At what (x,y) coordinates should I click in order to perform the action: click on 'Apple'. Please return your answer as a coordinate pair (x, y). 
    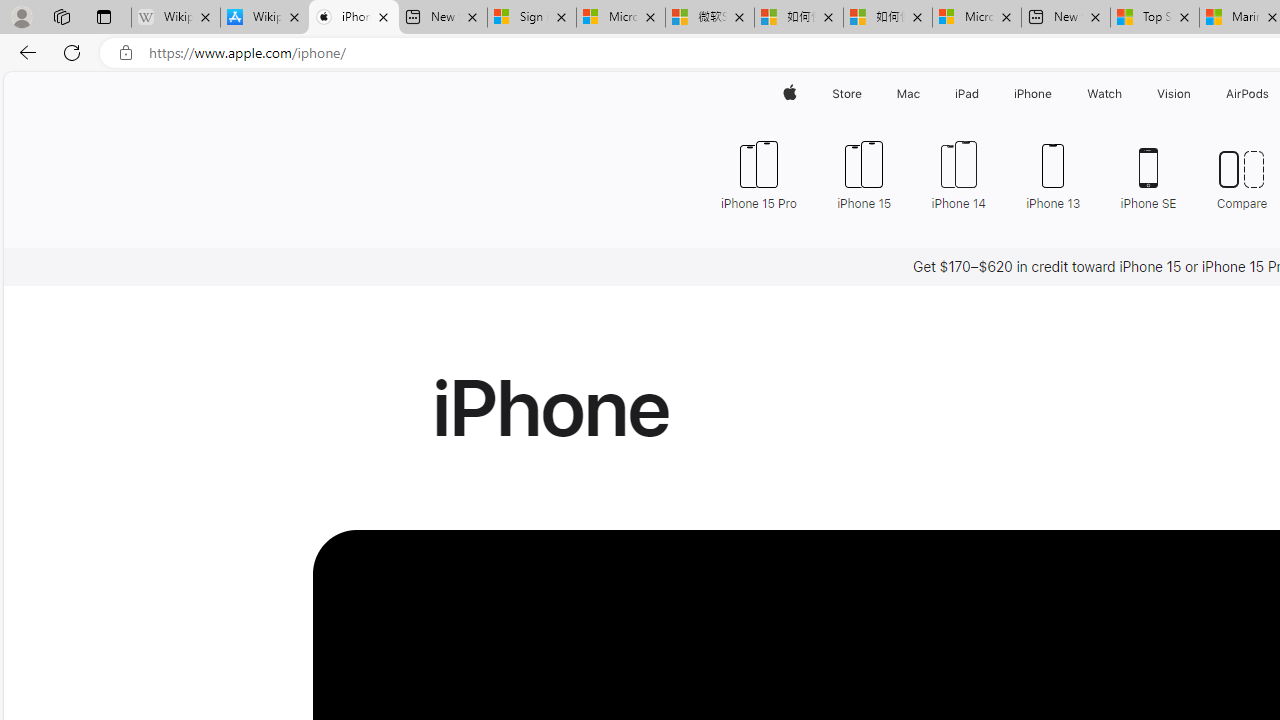
    Looking at the image, I should click on (788, 93).